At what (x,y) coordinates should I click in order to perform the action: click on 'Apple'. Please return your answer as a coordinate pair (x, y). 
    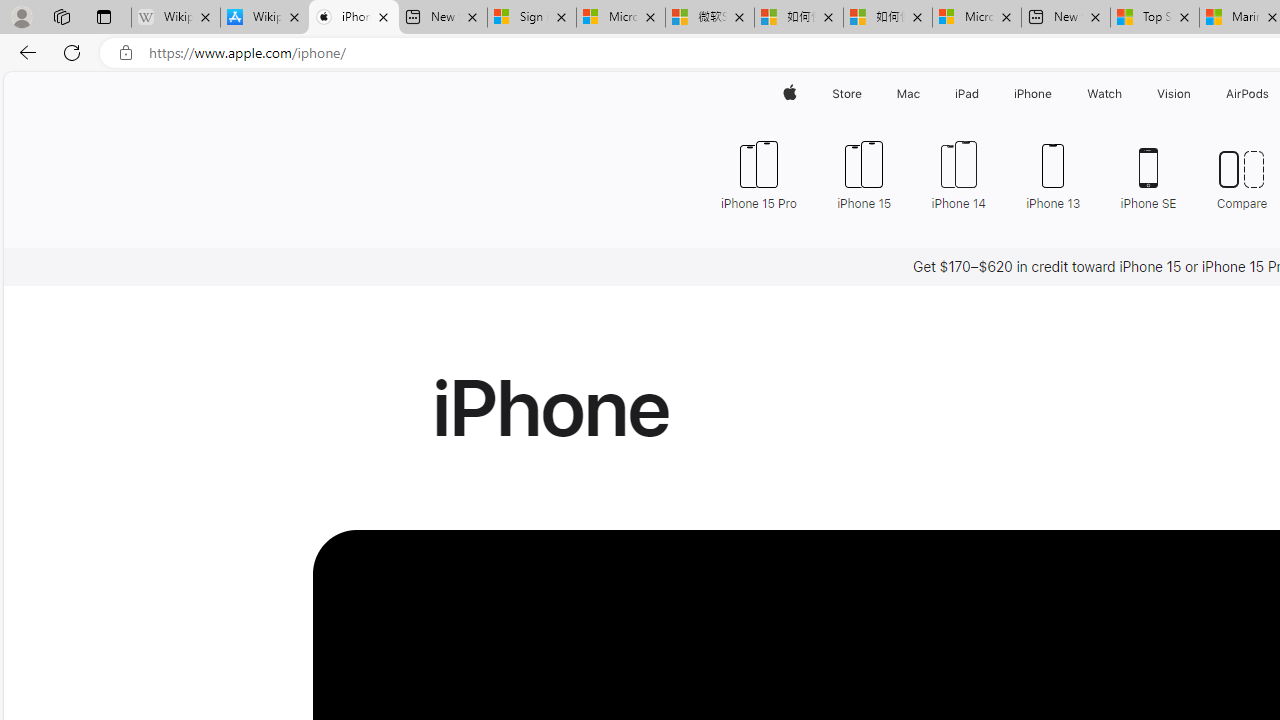
    Looking at the image, I should click on (788, 93).